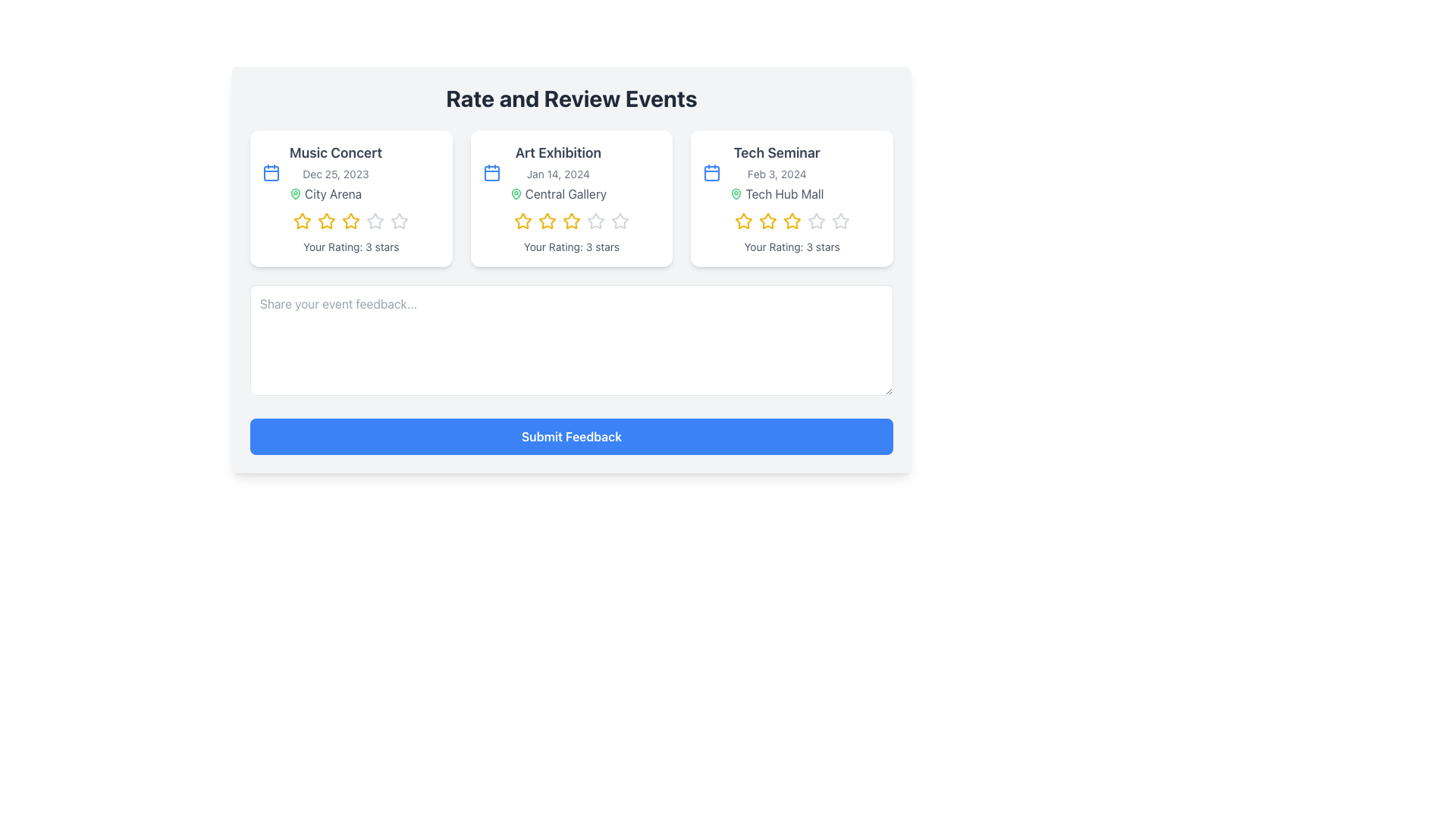 The width and height of the screenshot is (1456, 819). What do you see at coordinates (557, 174) in the screenshot?
I see `displayed text from the text label showing the date 'Jan 14, 2024', which is positioned below the title 'Art Exhibition' and above 'Central Gallery'` at bounding box center [557, 174].